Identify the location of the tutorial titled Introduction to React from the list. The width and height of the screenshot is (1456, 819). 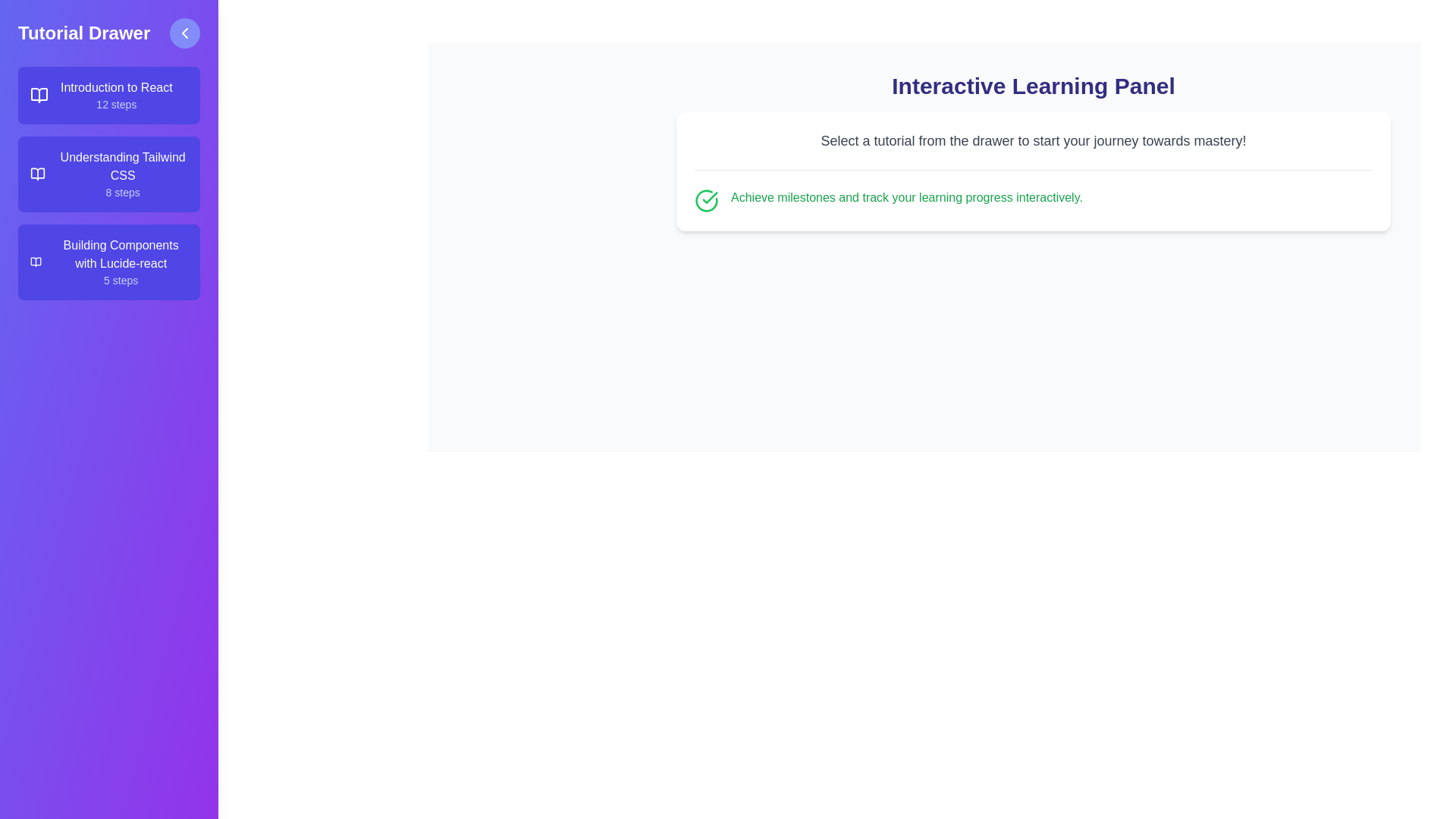
(108, 96).